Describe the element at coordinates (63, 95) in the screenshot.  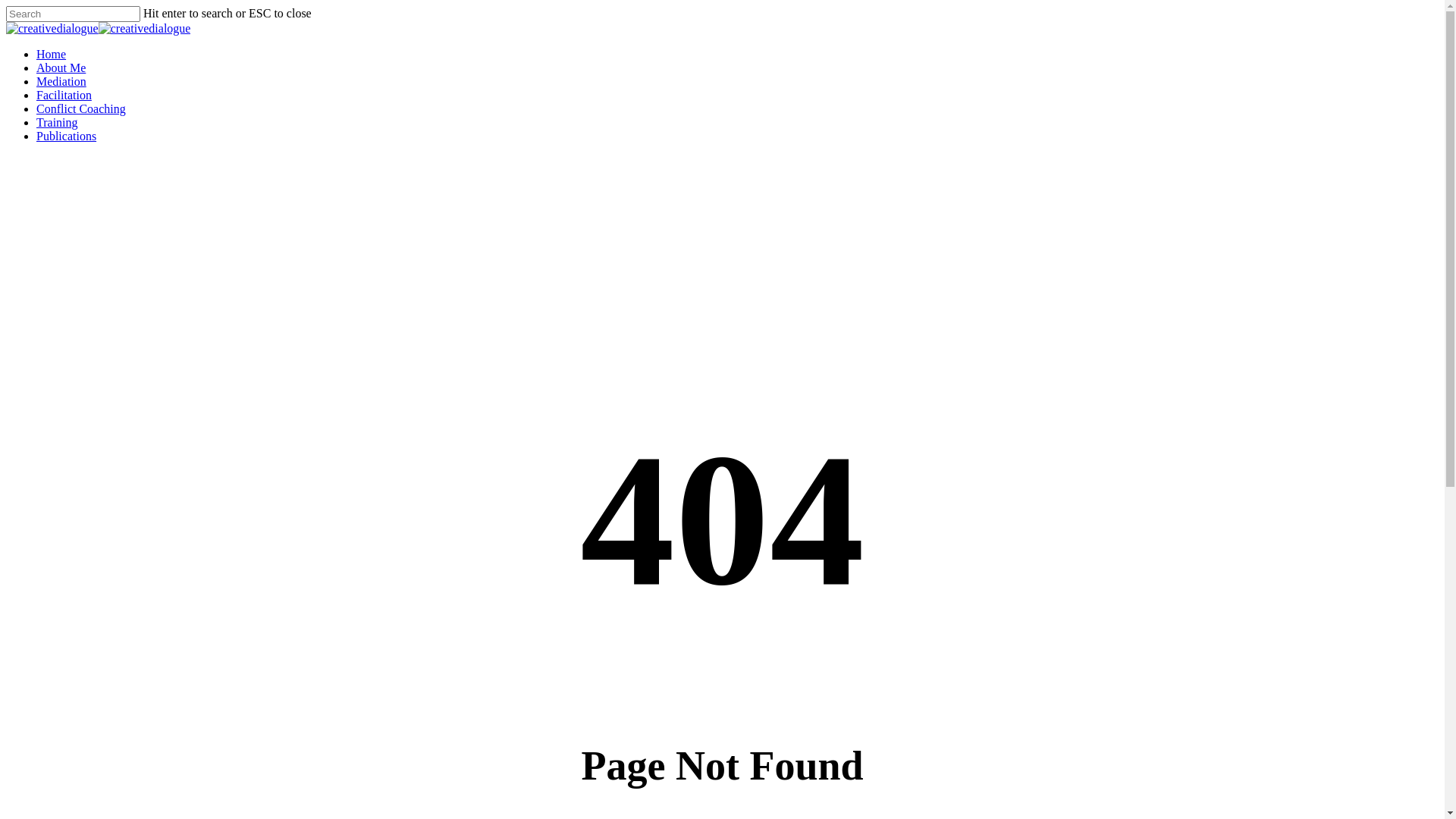
I see `'Facilitation'` at that location.